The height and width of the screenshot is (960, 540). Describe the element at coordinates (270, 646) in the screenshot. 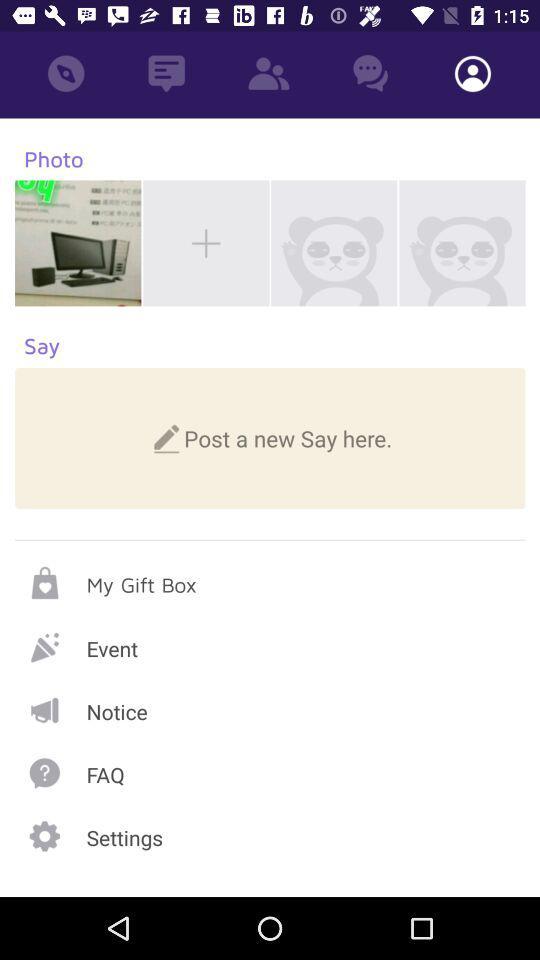

I see `choose event` at that location.